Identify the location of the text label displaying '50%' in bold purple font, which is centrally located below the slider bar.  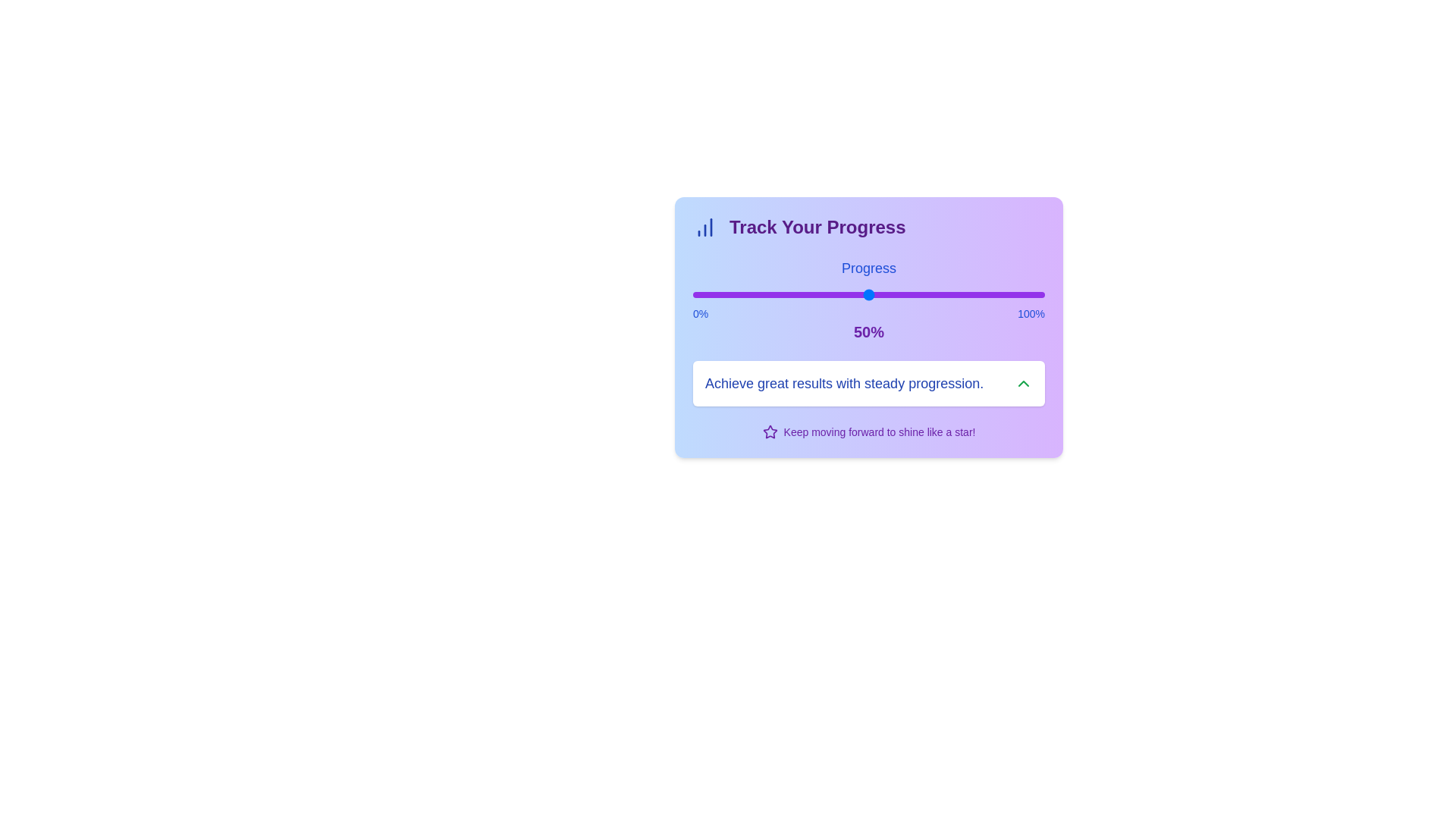
(869, 331).